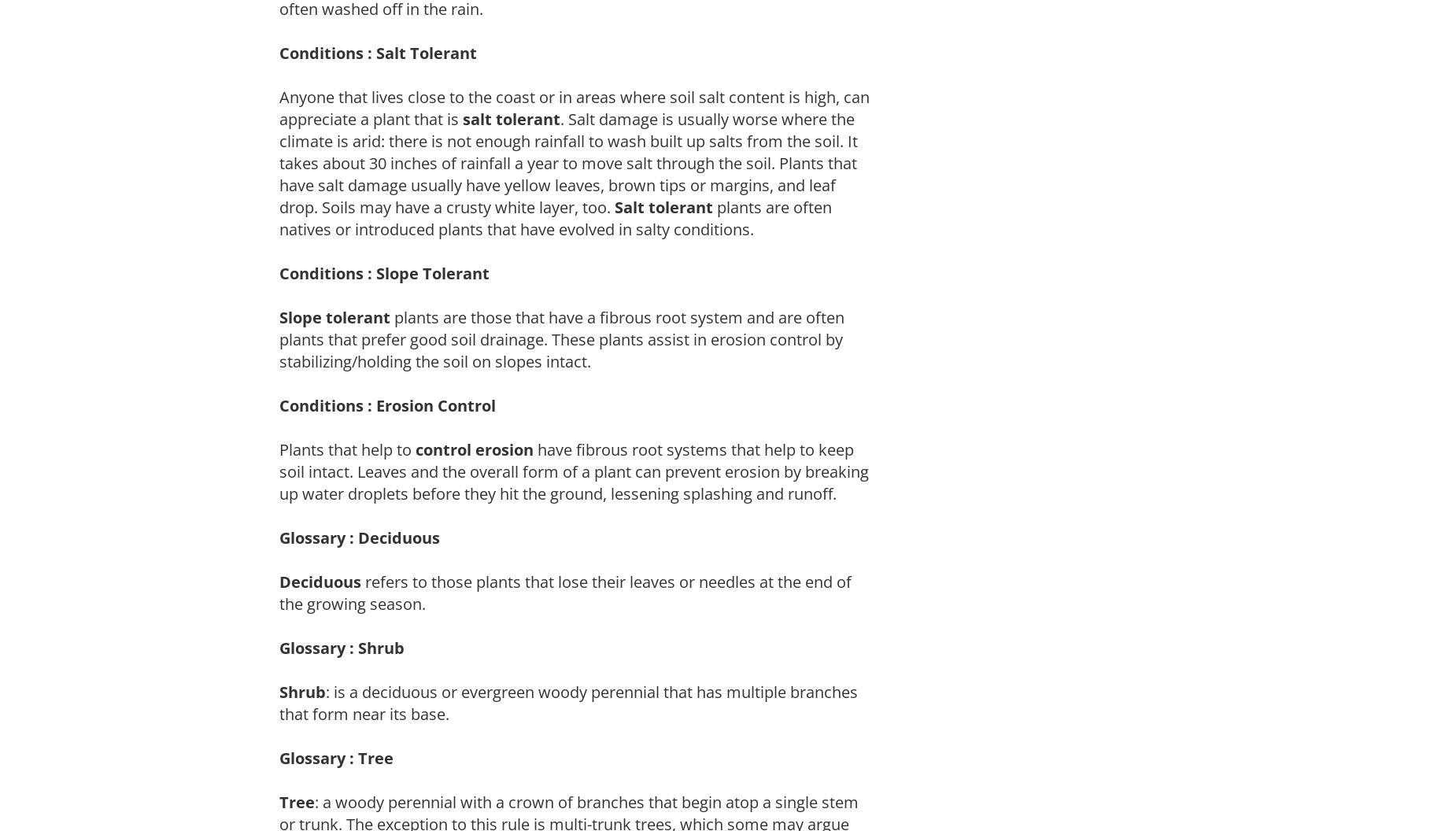  I want to click on 'Plants that help to', so click(346, 449).